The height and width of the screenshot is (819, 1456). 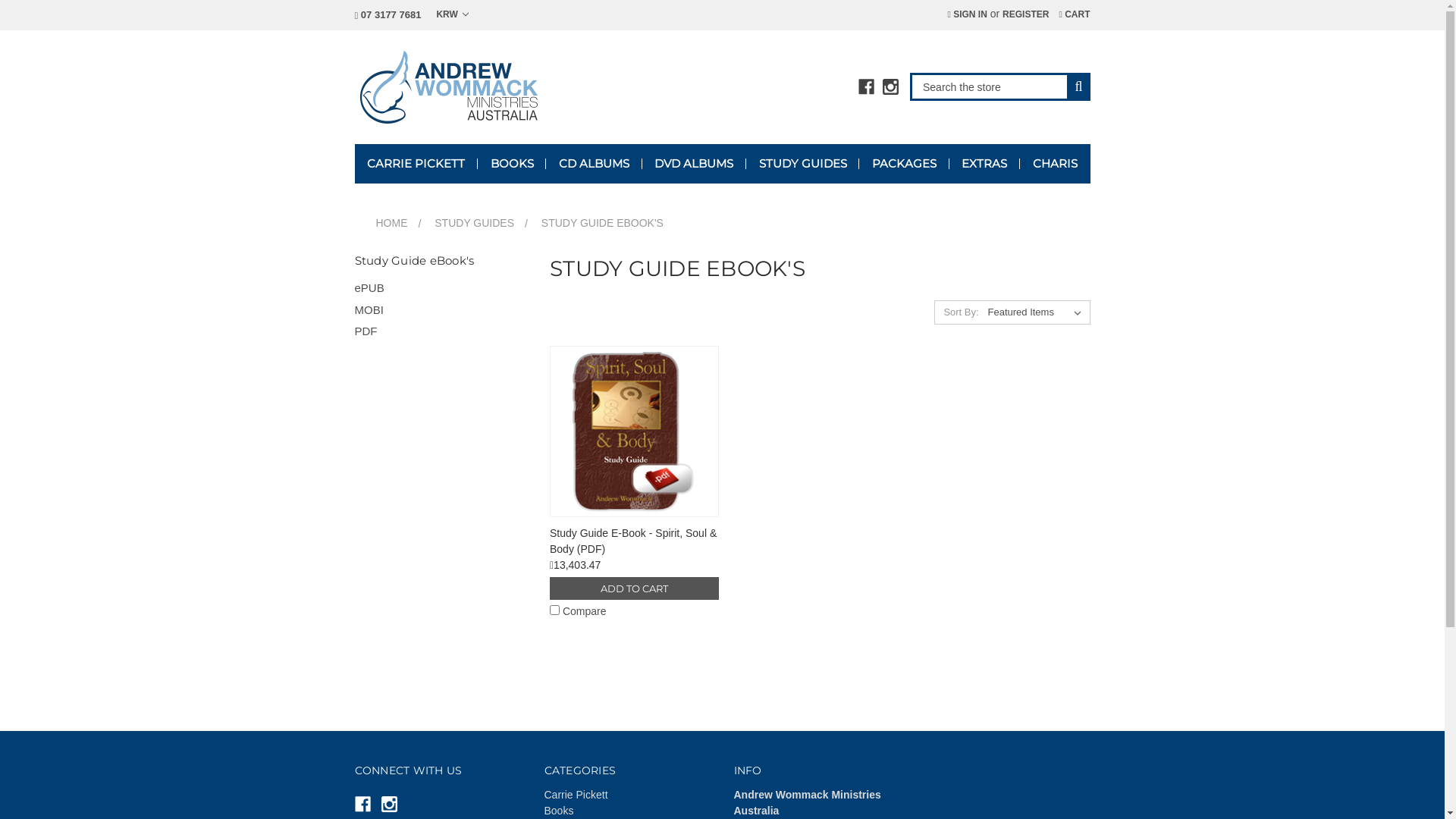 What do you see at coordinates (451, 14) in the screenshot?
I see `'KRW'` at bounding box center [451, 14].